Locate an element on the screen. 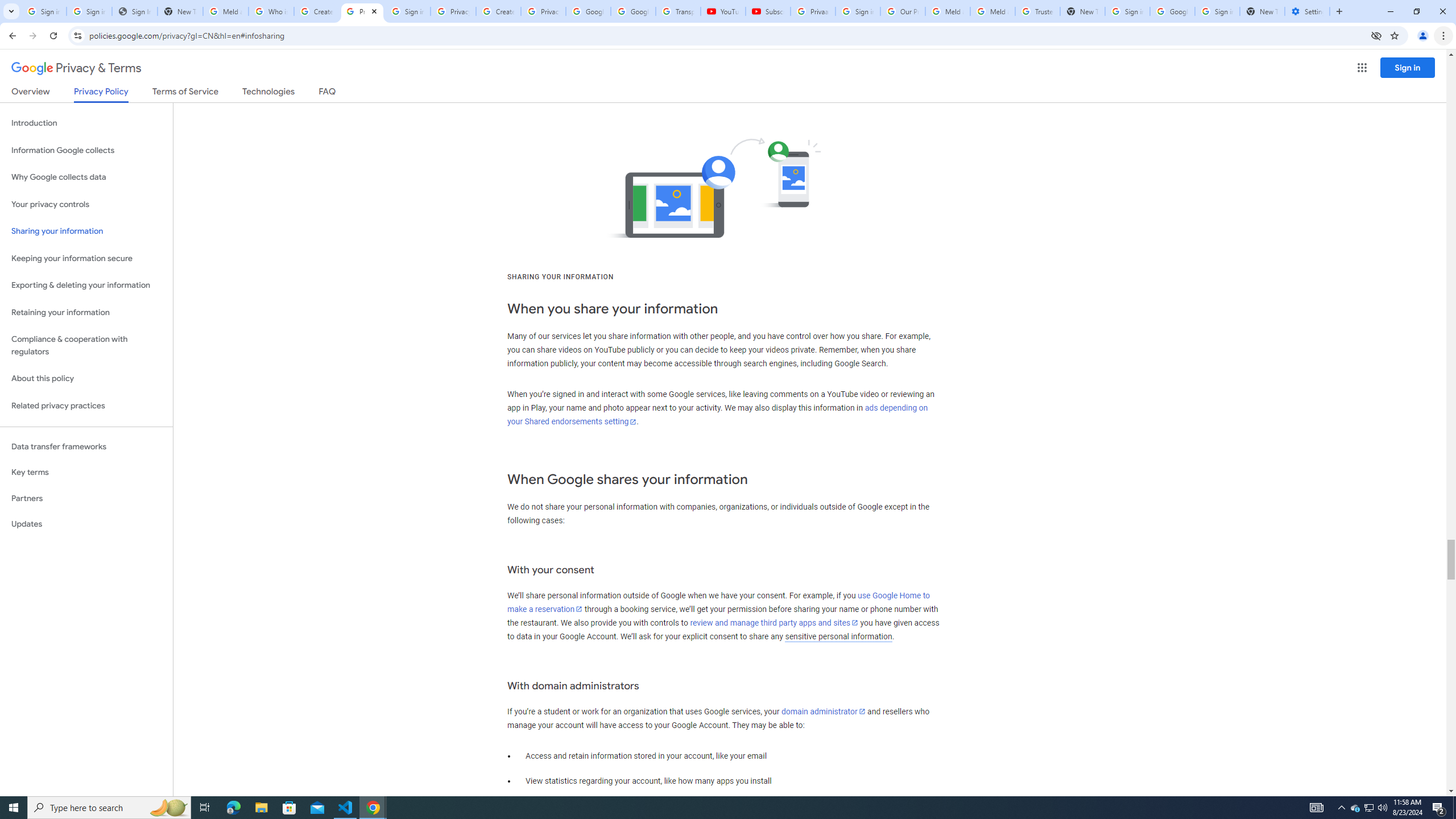  'About this policy' is located at coordinates (86, 379).